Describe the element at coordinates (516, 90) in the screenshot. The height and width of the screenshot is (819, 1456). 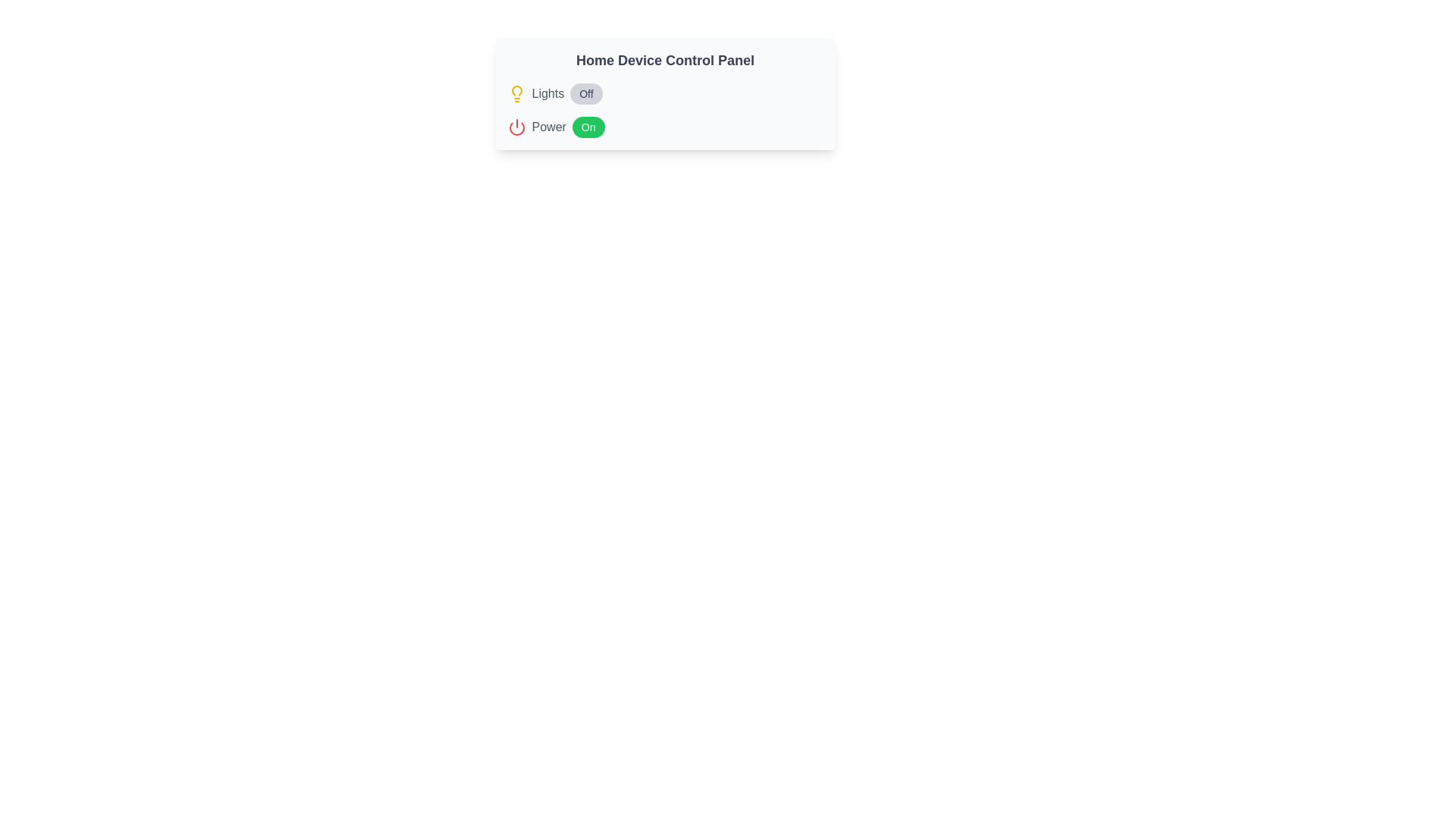
I see `the light bulb icon represented by a geometric curve design, which is styled in yellow and located in the Home Device Control Panel next to the 'Lights Off' label` at that location.